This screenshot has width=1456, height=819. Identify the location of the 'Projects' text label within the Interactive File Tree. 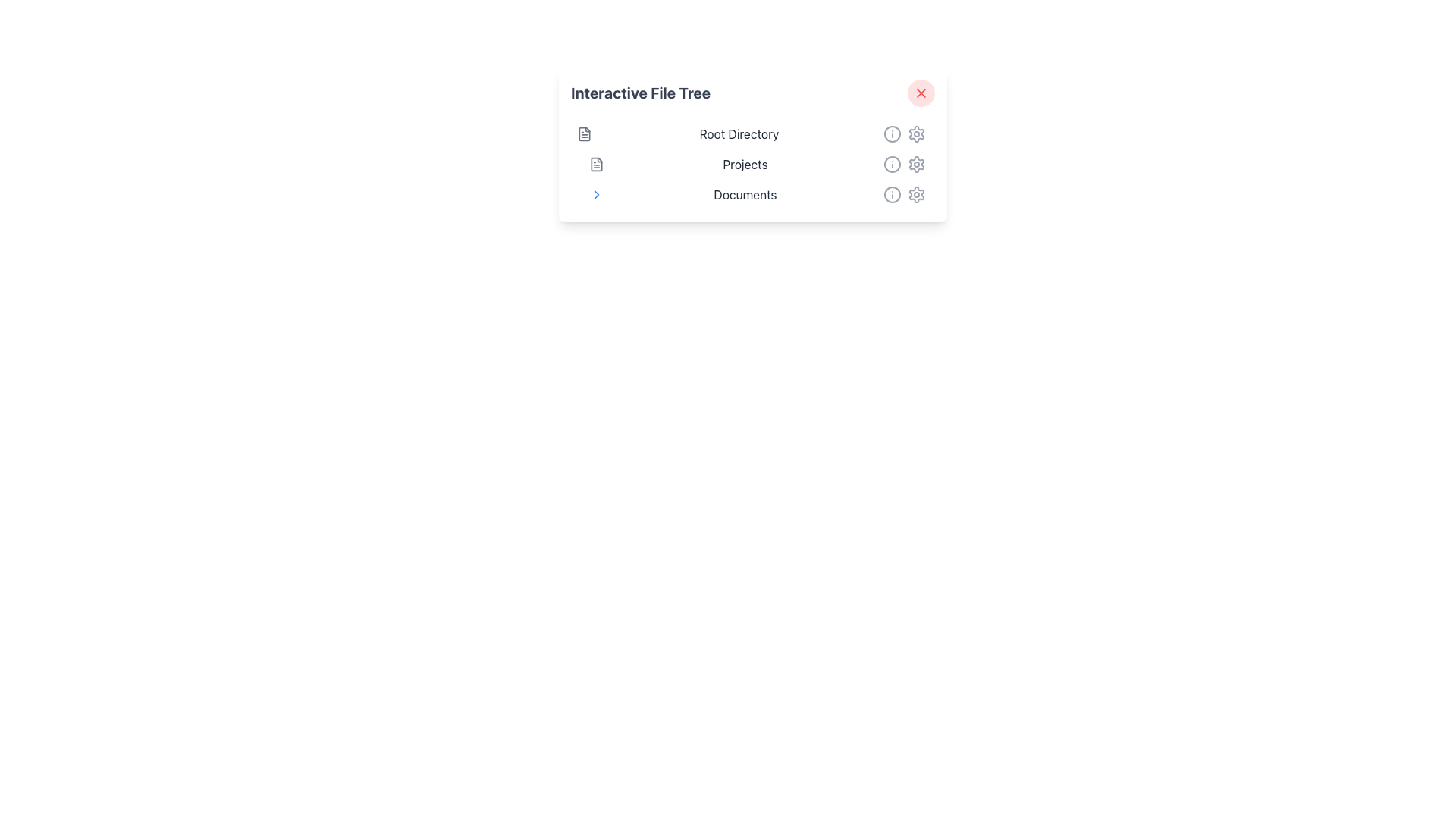
(753, 164).